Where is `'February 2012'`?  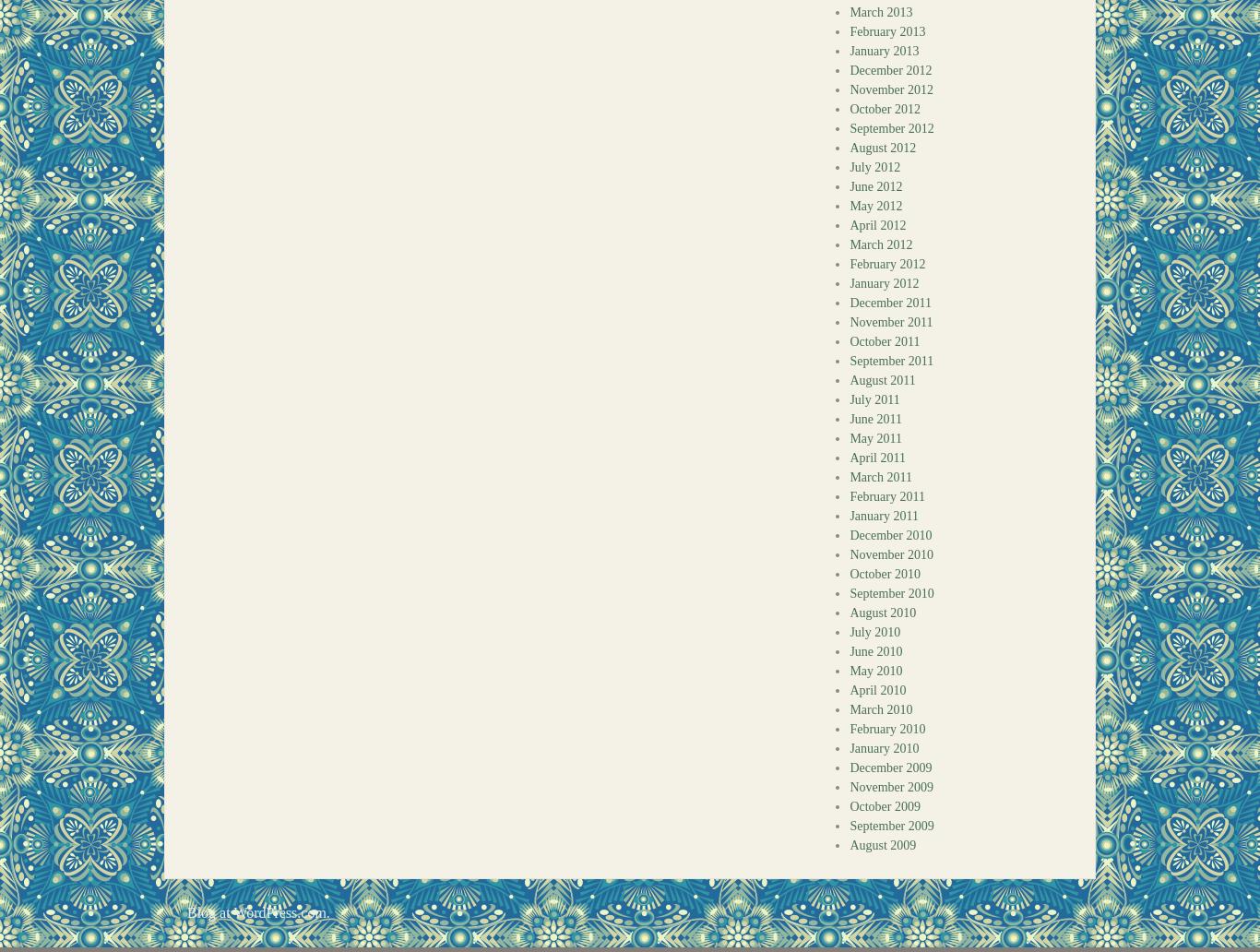 'February 2012' is located at coordinates (849, 264).